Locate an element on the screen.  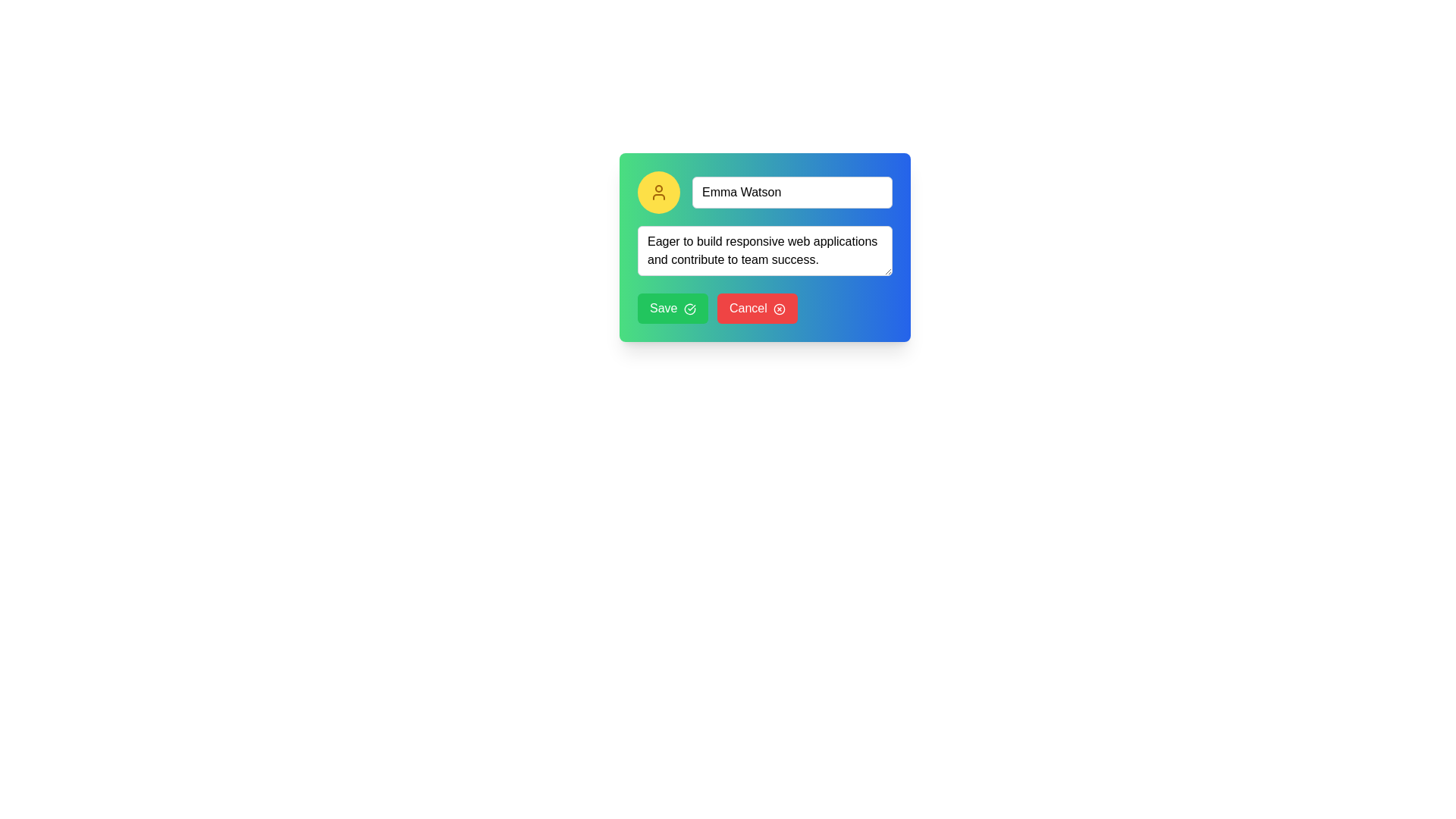
the circular graphic element that serves as the base of the 'cancel' button, which is red and located at the bottom-right of the user details form is located at coordinates (780, 308).